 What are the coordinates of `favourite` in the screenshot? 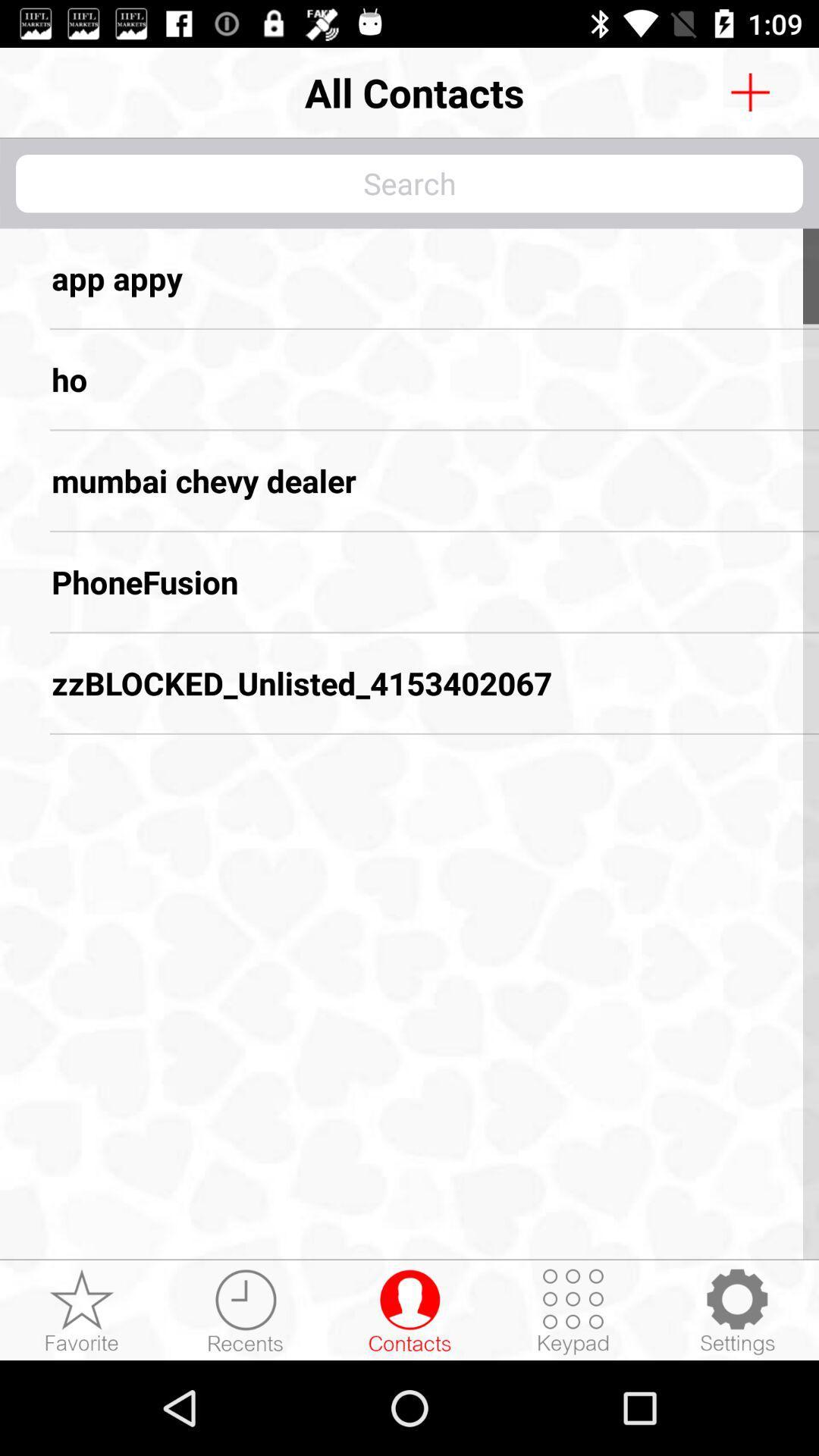 It's located at (82, 1310).